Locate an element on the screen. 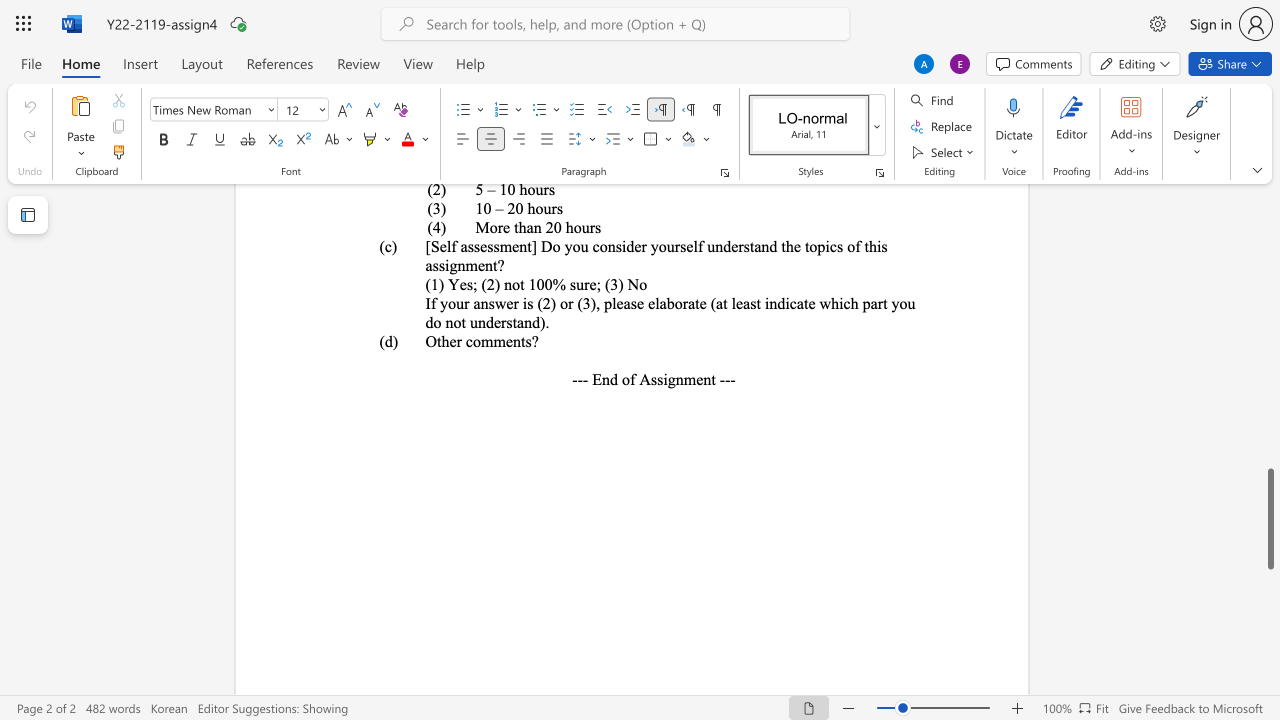  the scrollbar to slide the page up is located at coordinates (1269, 390).